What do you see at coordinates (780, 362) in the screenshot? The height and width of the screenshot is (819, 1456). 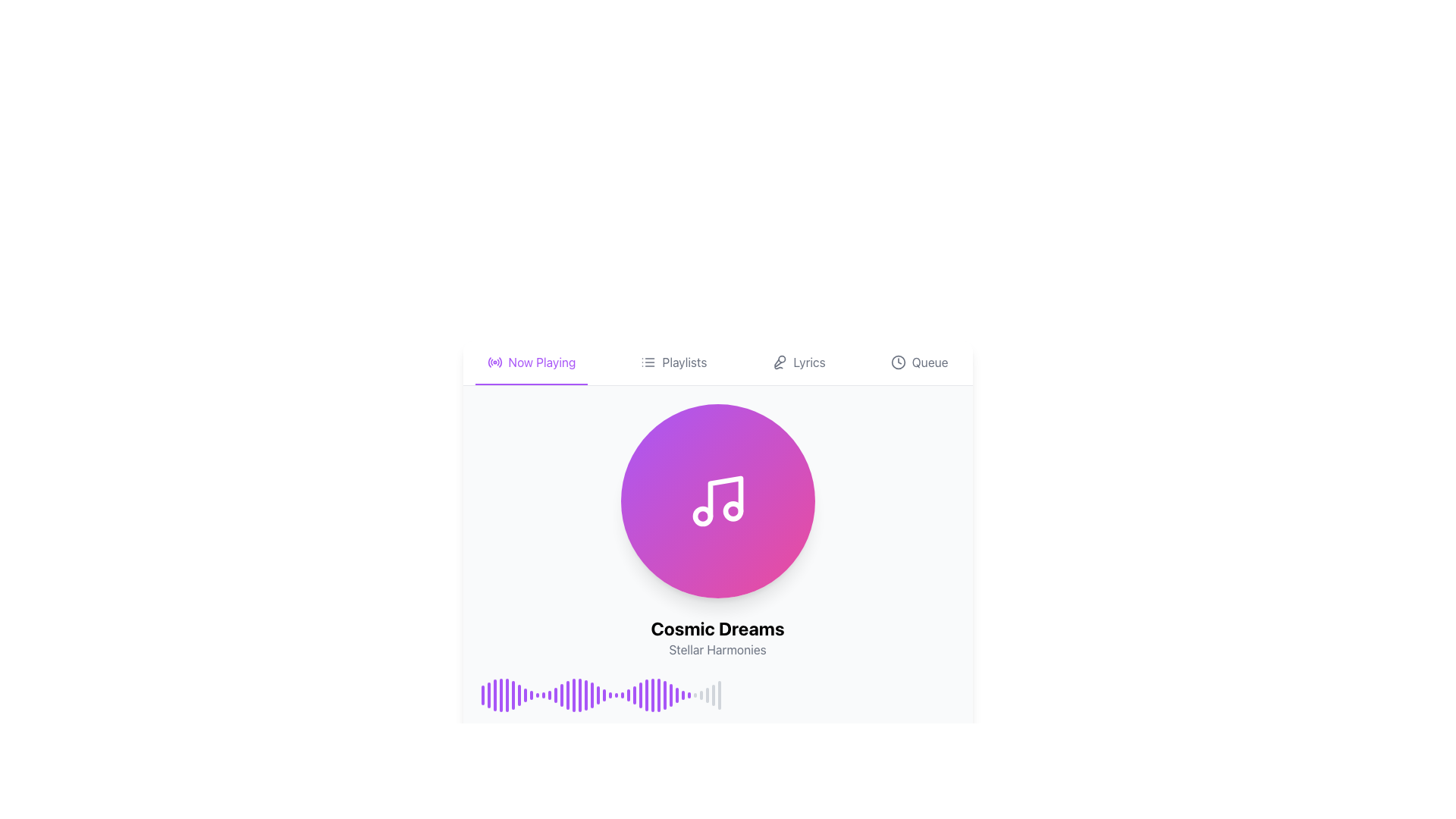 I see `the 'Lyrics' icon in the header navigation` at bounding box center [780, 362].